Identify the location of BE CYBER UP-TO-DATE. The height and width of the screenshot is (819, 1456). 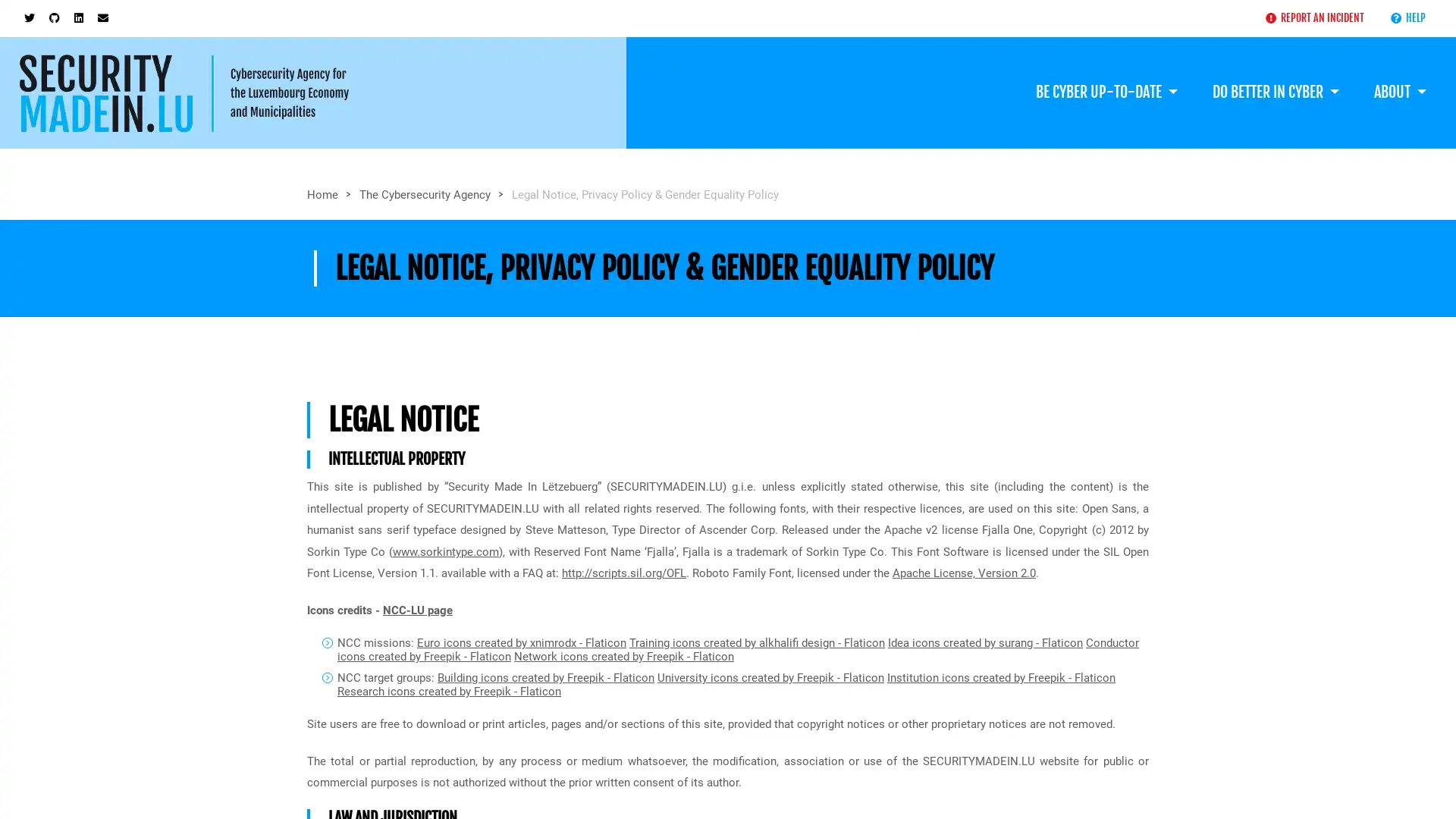
(1106, 82).